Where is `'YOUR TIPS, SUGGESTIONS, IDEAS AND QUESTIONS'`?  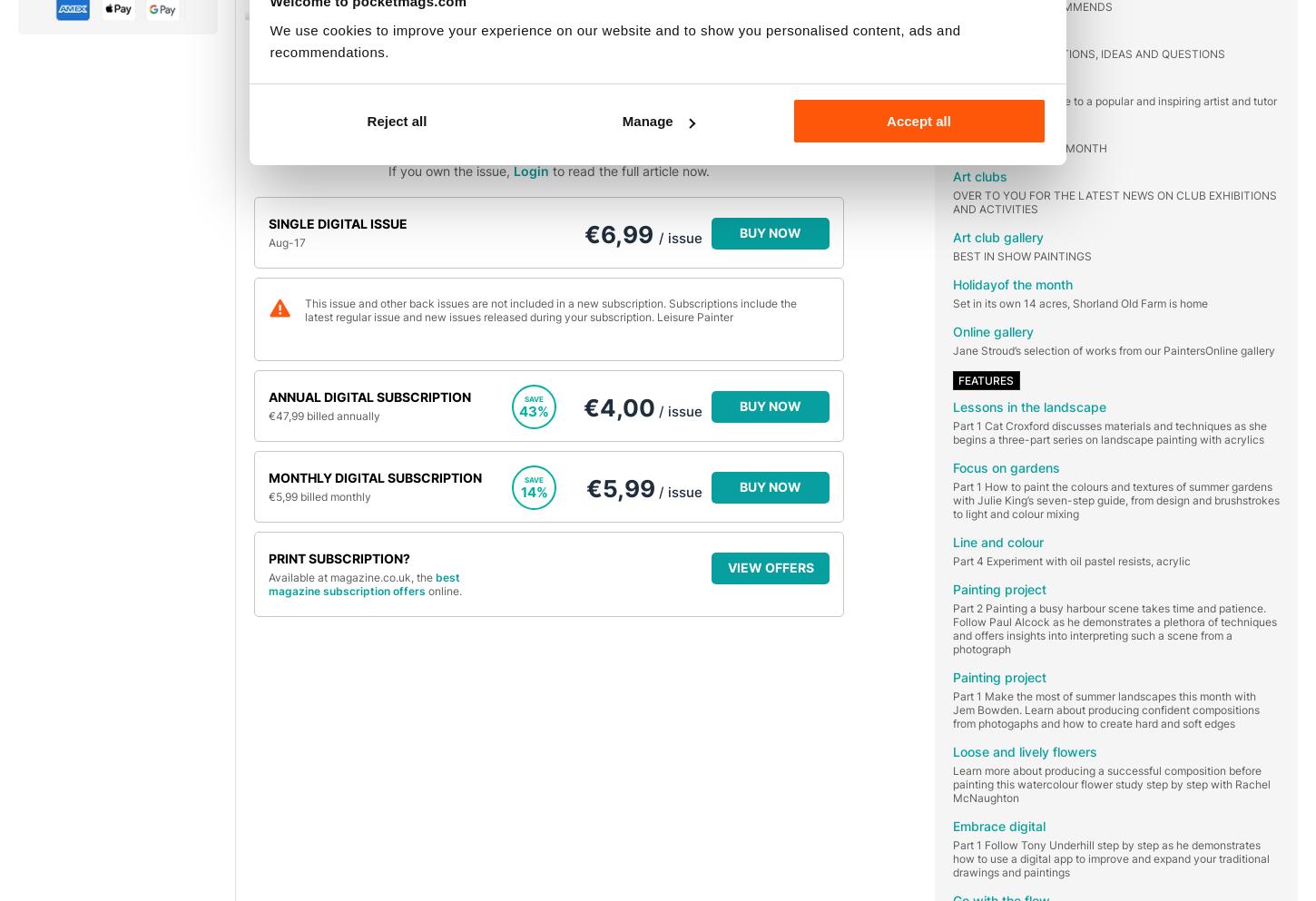 'YOUR TIPS, SUGGESTIONS, IDEAS AND QUESTIONS' is located at coordinates (1088, 54).